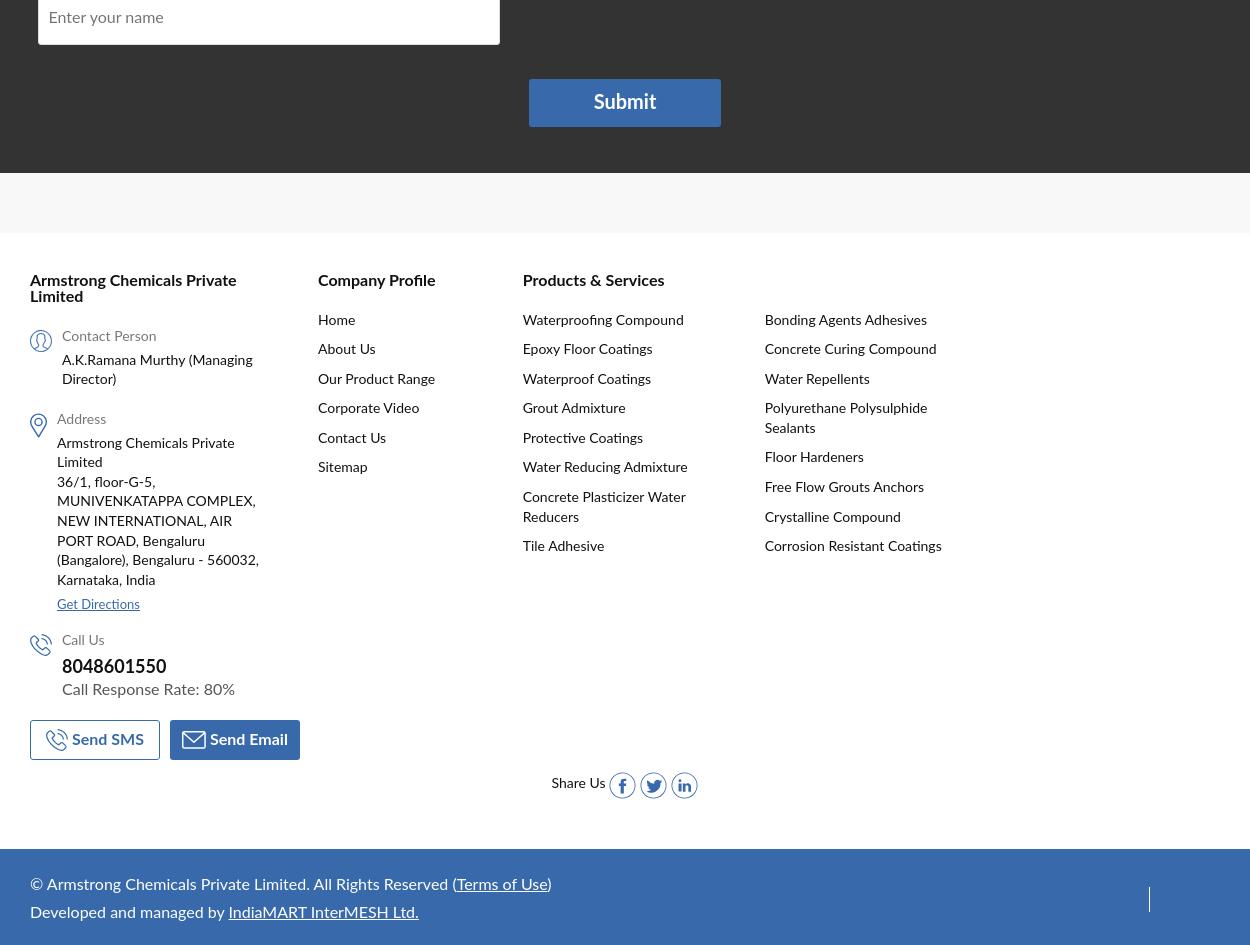 This screenshot has width=1250, height=945. What do you see at coordinates (335, 319) in the screenshot?
I see `'Home'` at bounding box center [335, 319].